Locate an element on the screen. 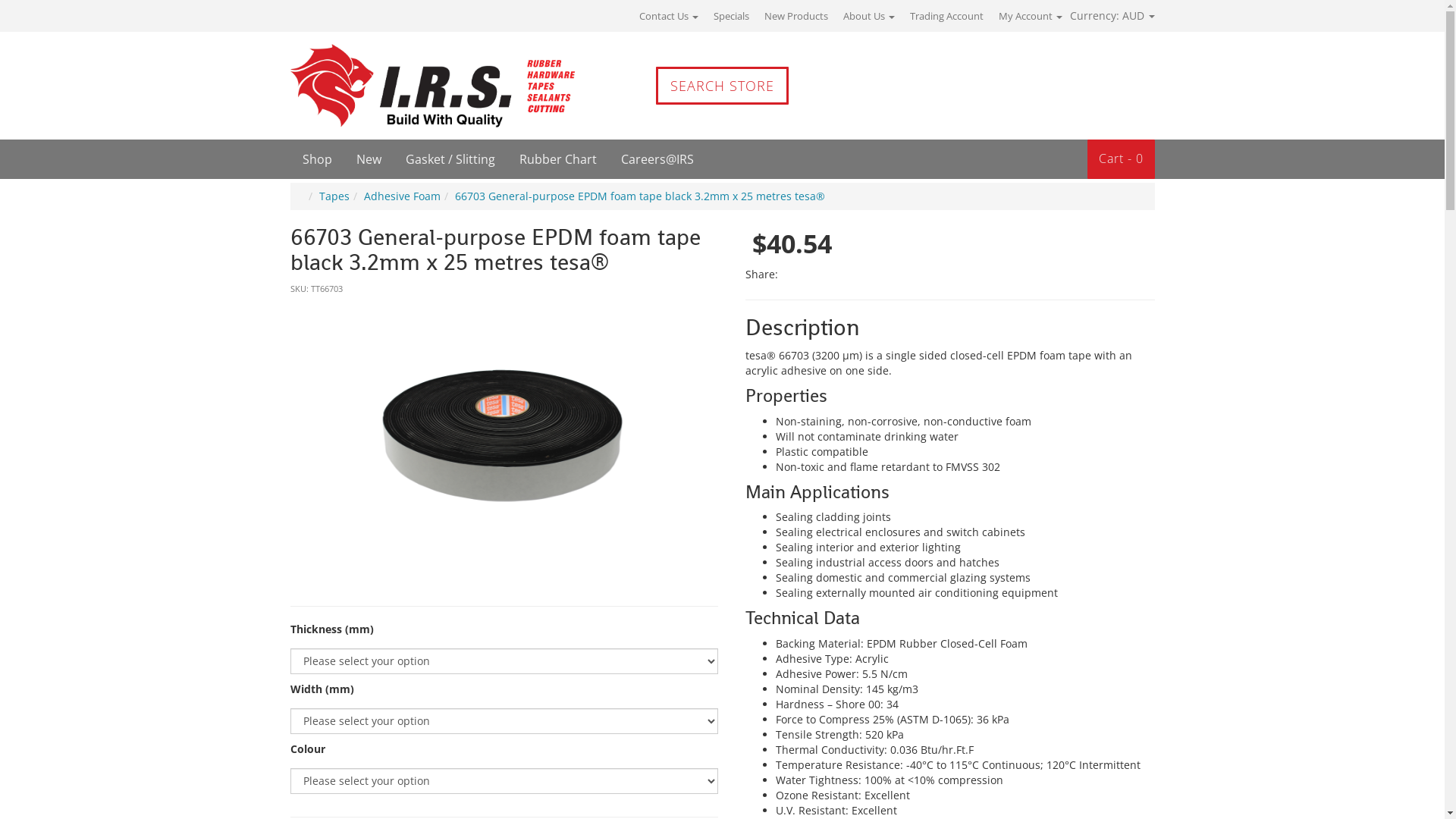 The height and width of the screenshot is (819, 1456). 'Adhesive Foam' is located at coordinates (402, 195).